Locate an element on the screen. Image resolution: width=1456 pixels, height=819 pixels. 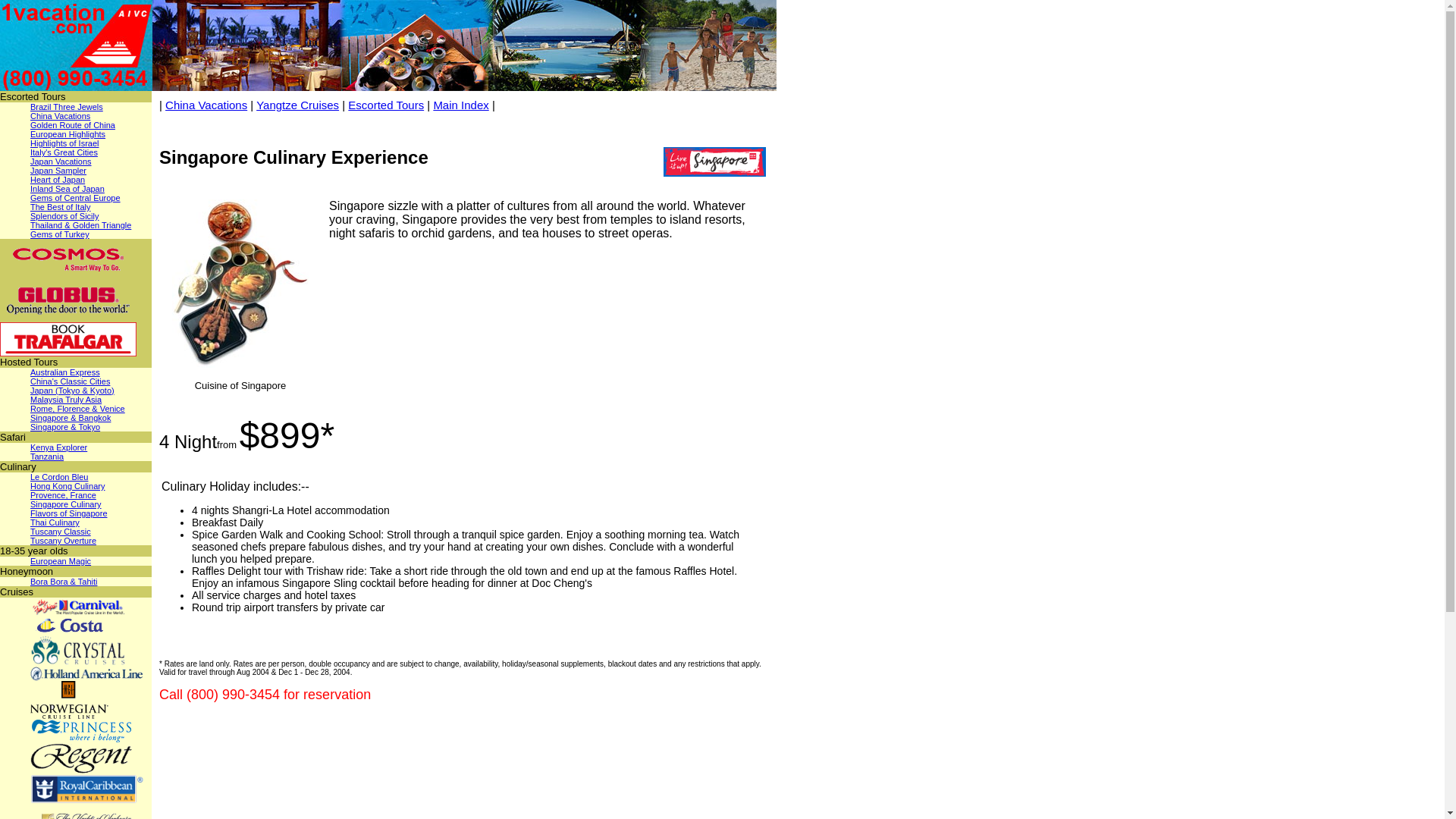
'Malaysia Truly Asia' is located at coordinates (64, 399).